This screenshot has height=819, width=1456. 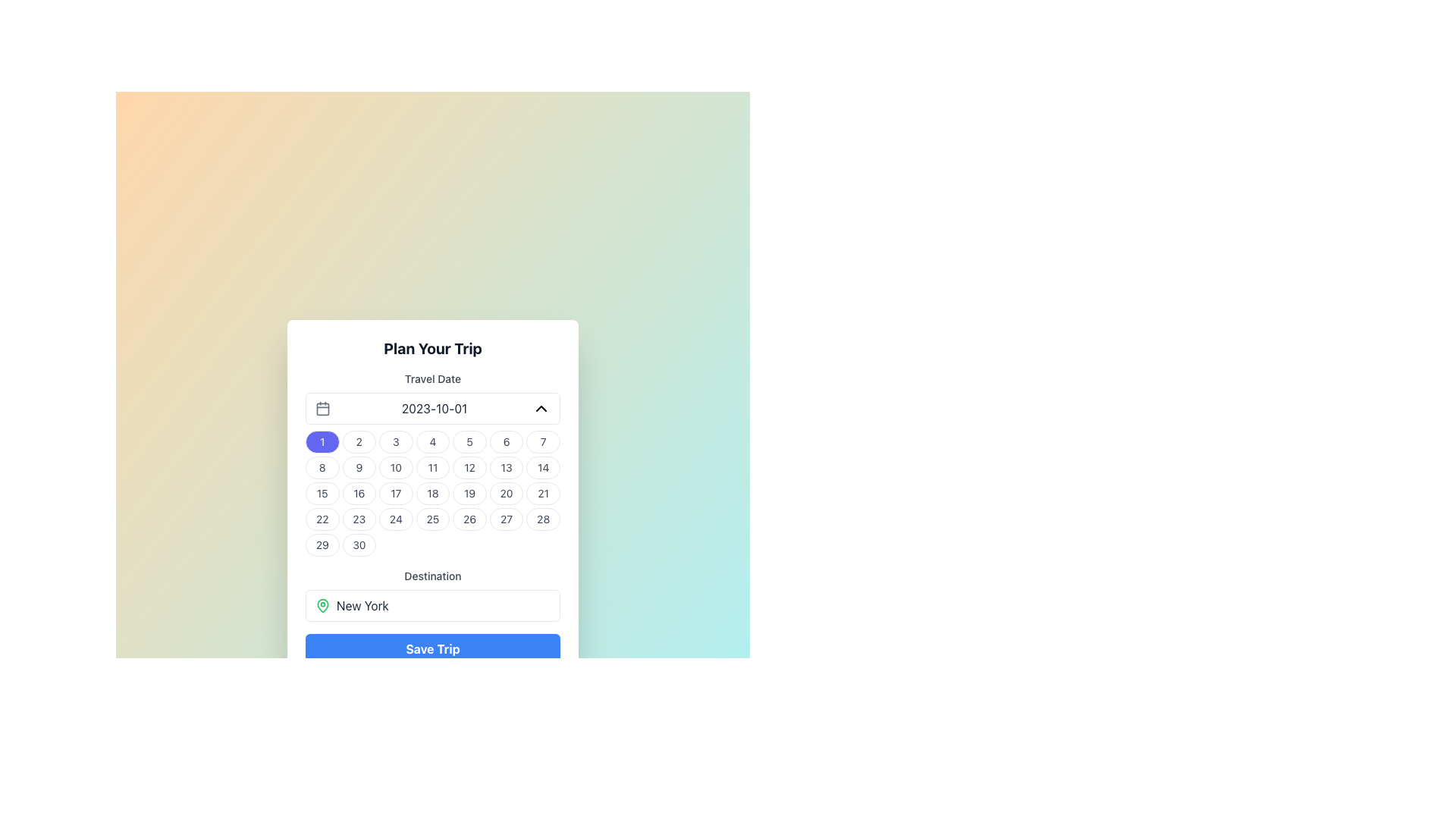 I want to click on the chevron icon indicating expandable or collapsible content, located next to the date text '2023-10-01' within the calendar input box, so click(x=541, y=408).